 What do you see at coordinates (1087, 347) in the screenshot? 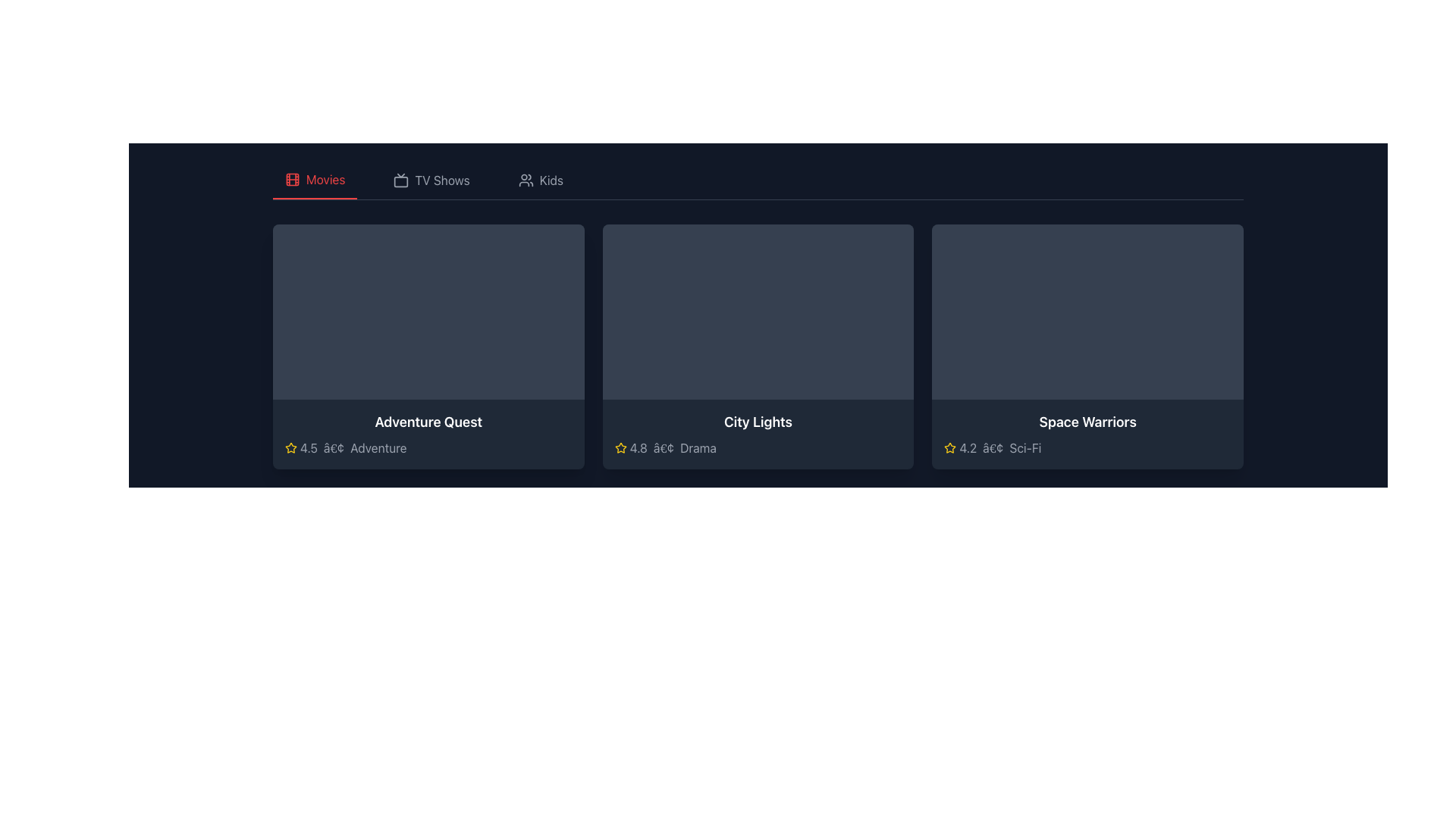
I see `the media card that provides information about a specific movie or show, located as the third card in a horizontal list` at bounding box center [1087, 347].